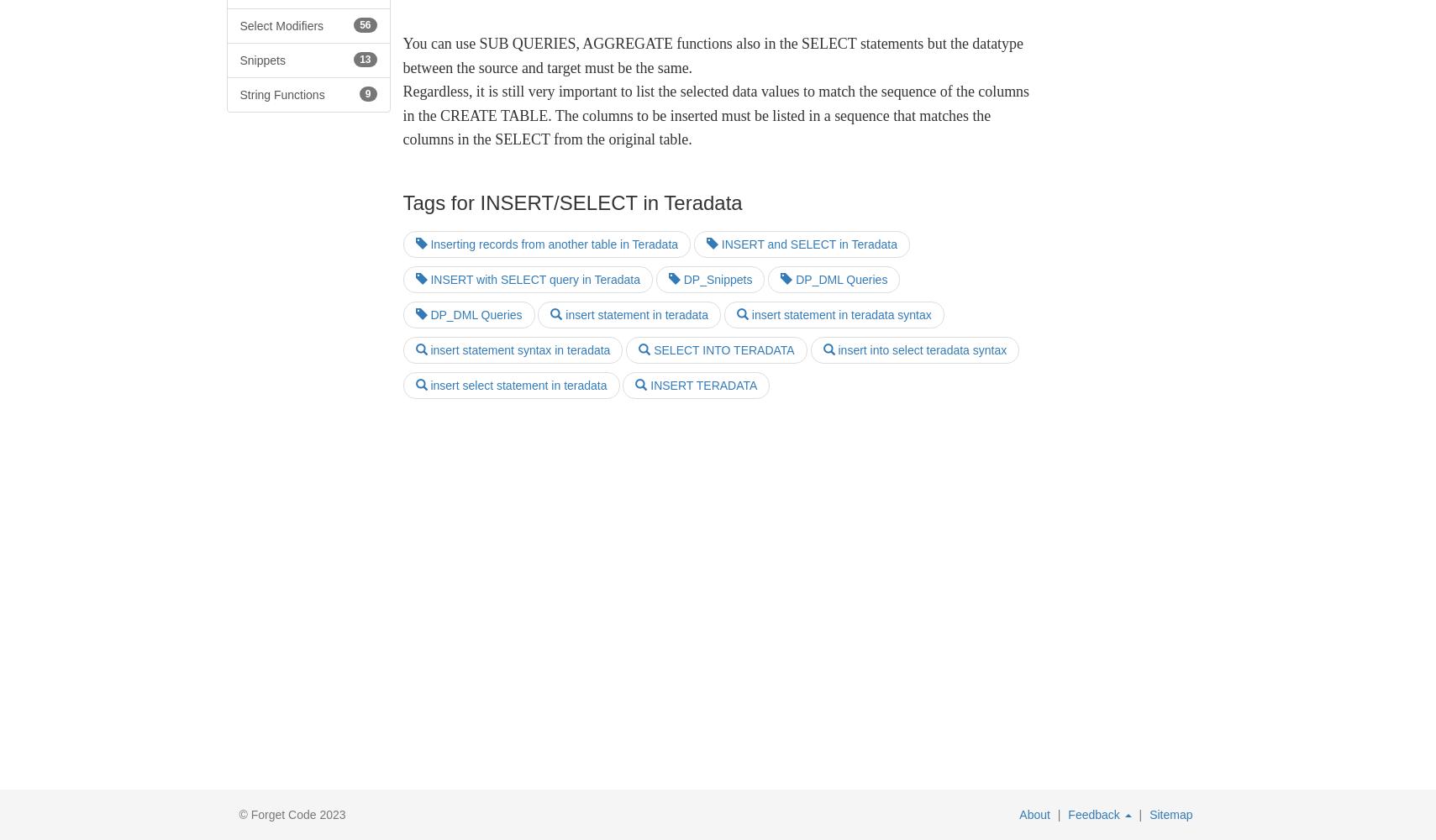 The image size is (1436, 840). I want to click on 'INSERT with SELECT query in Teradata', so click(425, 279).